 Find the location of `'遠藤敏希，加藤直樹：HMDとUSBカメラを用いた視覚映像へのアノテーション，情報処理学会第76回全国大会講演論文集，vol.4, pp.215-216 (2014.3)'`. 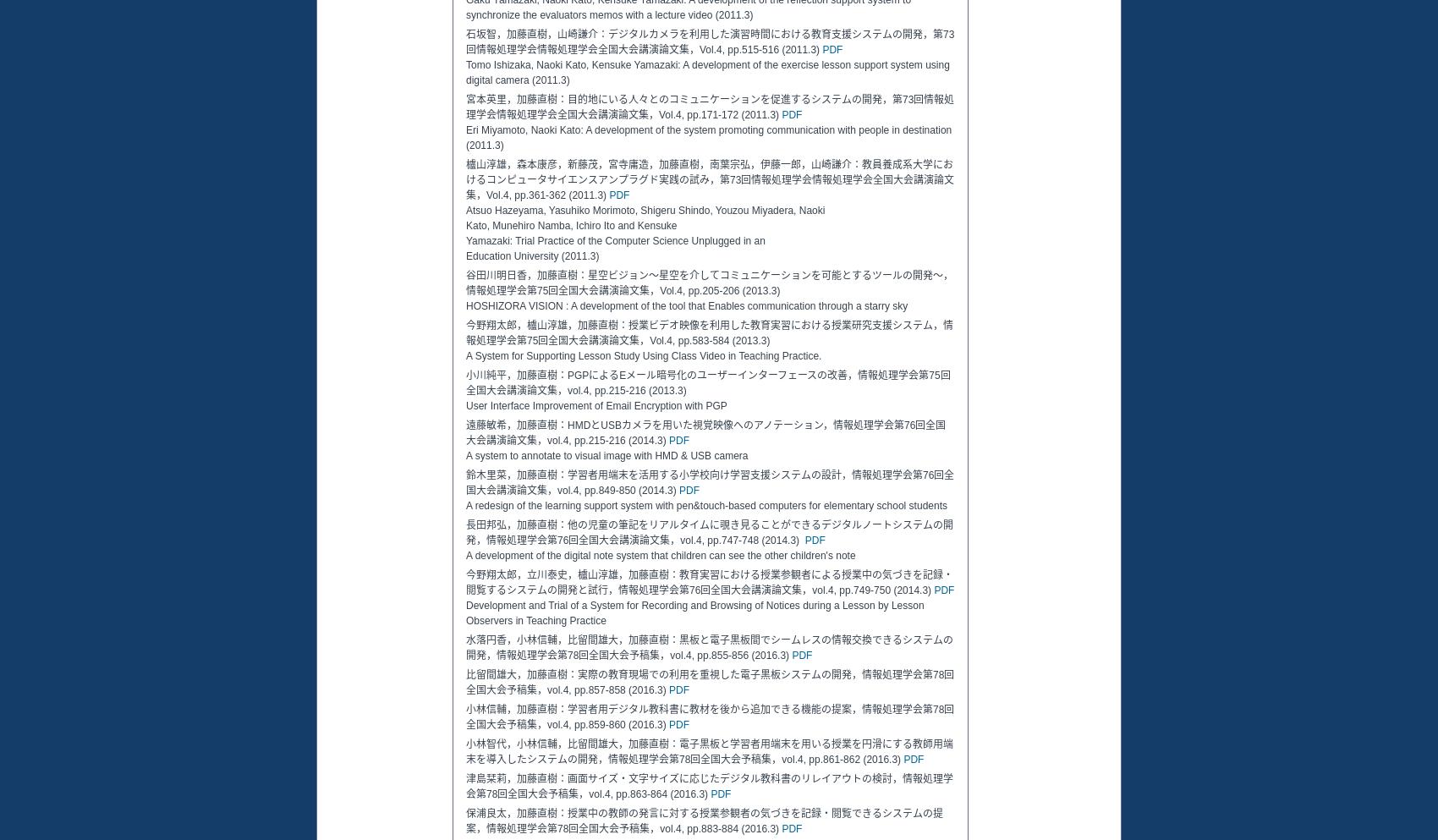

'遠藤敏希，加藤直樹：HMDとUSBカメラを用いた視覚映像へのアノテーション，情報処理学会第76回全国大会講演論文集，vol.4, pp.215-216 (2014.3)' is located at coordinates (705, 432).